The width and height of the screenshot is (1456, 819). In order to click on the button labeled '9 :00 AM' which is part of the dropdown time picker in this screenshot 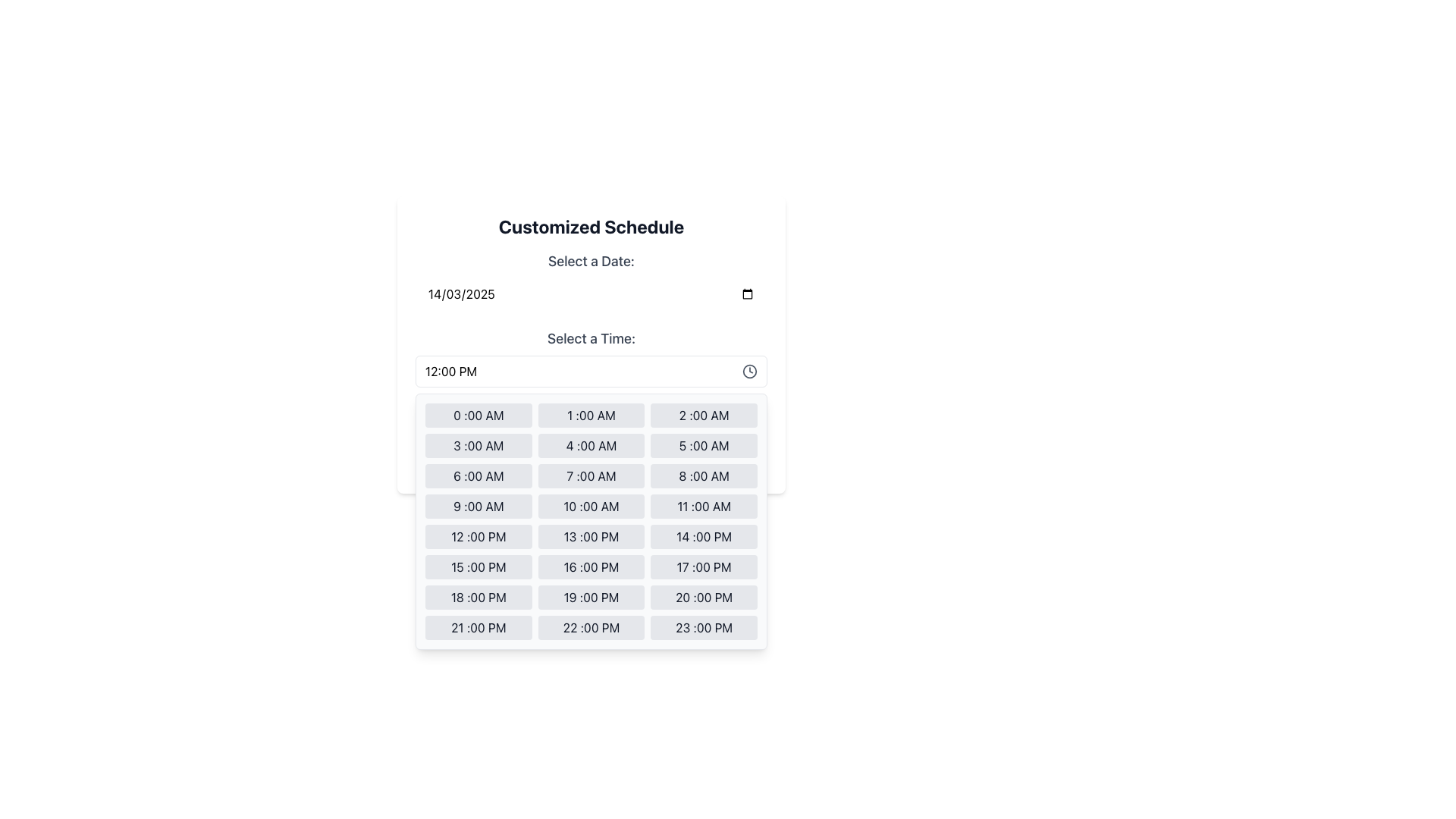, I will do `click(478, 506)`.